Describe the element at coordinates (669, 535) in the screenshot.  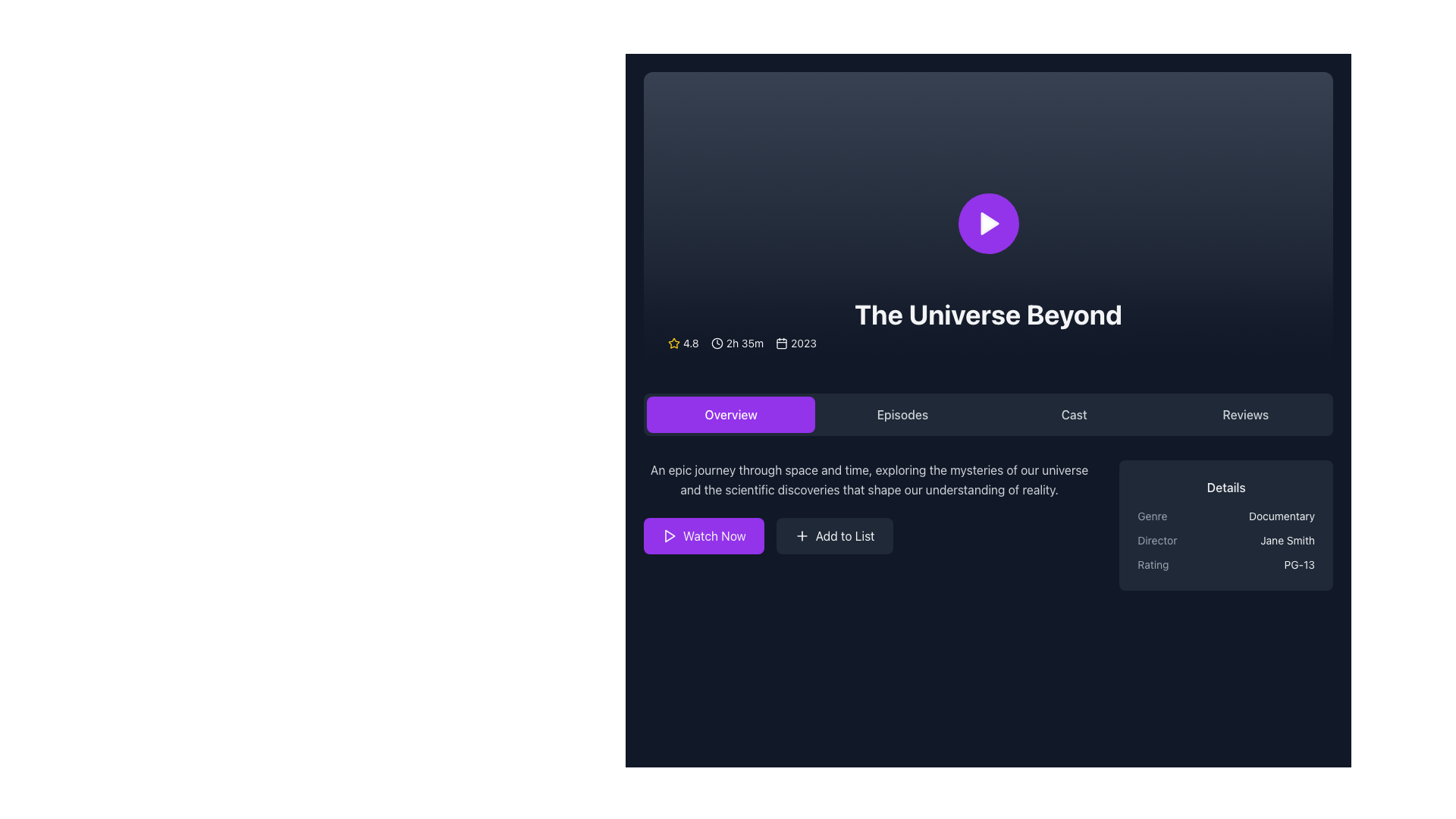
I see `the Play icon located within the 'Watch Now' button, which is left-aligned to the corresponding 'Watch Now' text` at that location.